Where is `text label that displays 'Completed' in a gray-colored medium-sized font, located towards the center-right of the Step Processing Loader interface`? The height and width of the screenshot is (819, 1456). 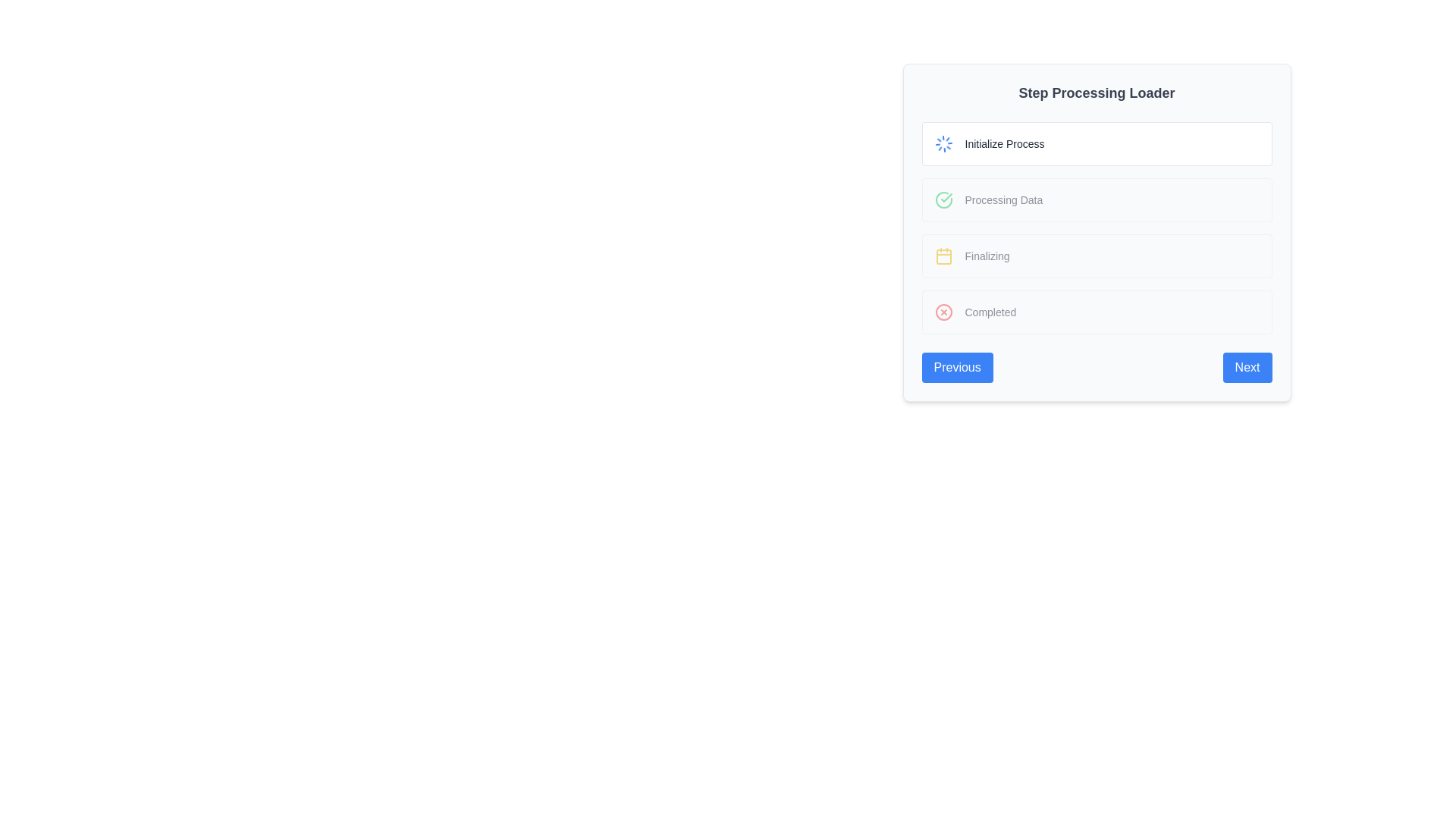 text label that displays 'Completed' in a gray-colored medium-sized font, located towards the center-right of the Step Processing Loader interface is located at coordinates (990, 312).